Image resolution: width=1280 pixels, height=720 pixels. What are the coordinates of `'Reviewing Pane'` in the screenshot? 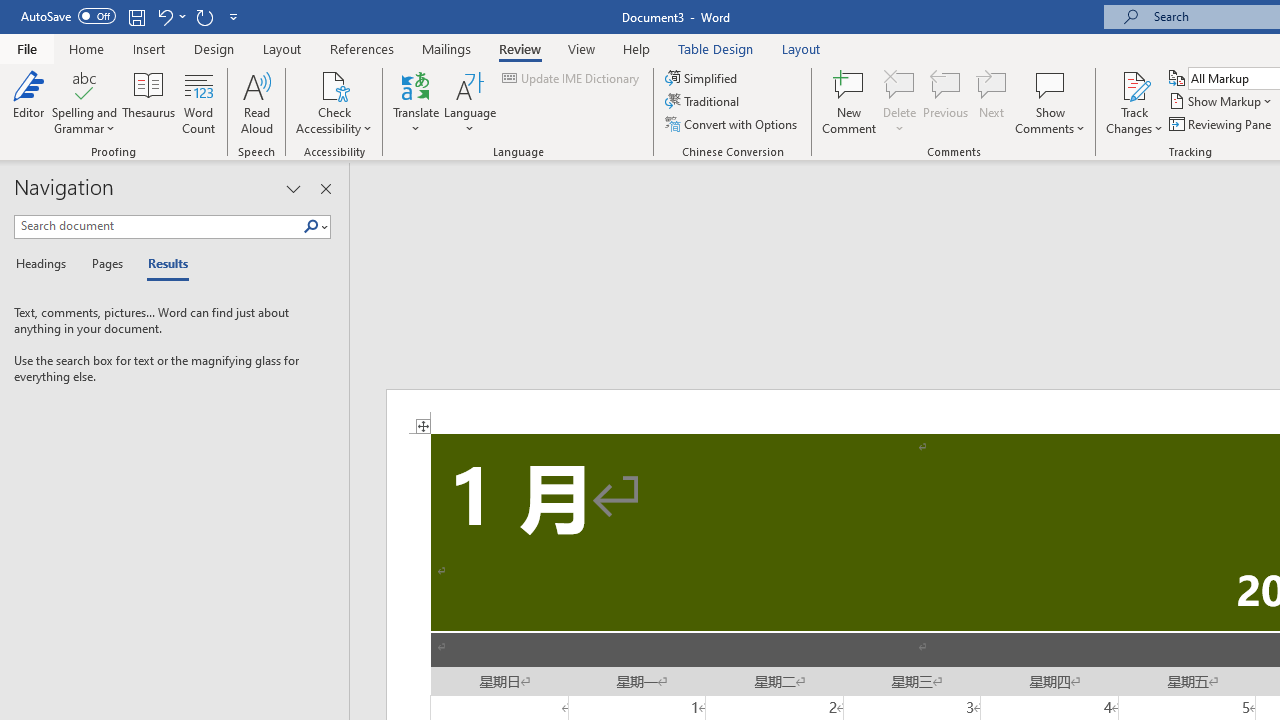 It's located at (1220, 124).